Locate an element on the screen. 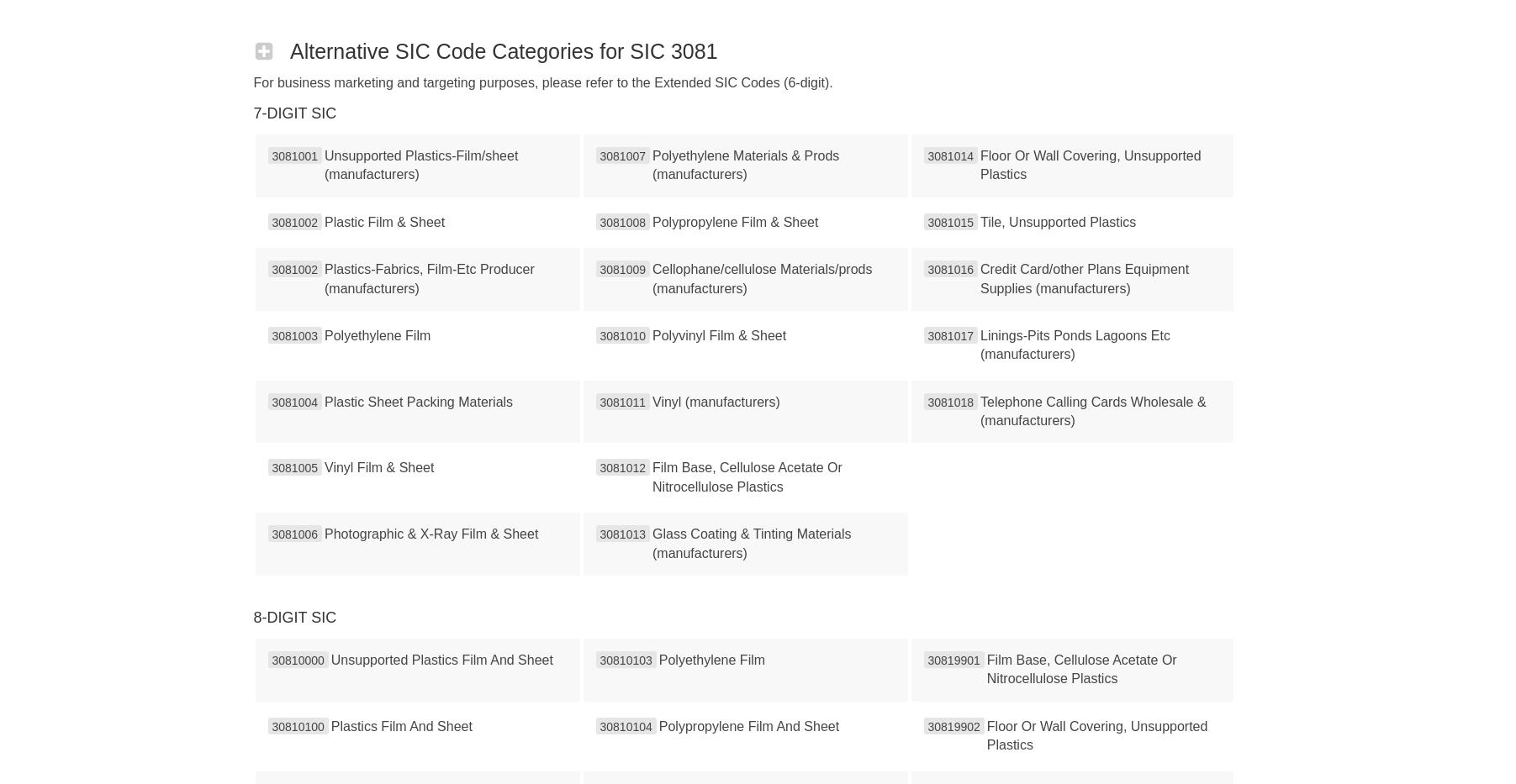 This screenshot has height=784, width=1516. '3081001' is located at coordinates (293, 155).